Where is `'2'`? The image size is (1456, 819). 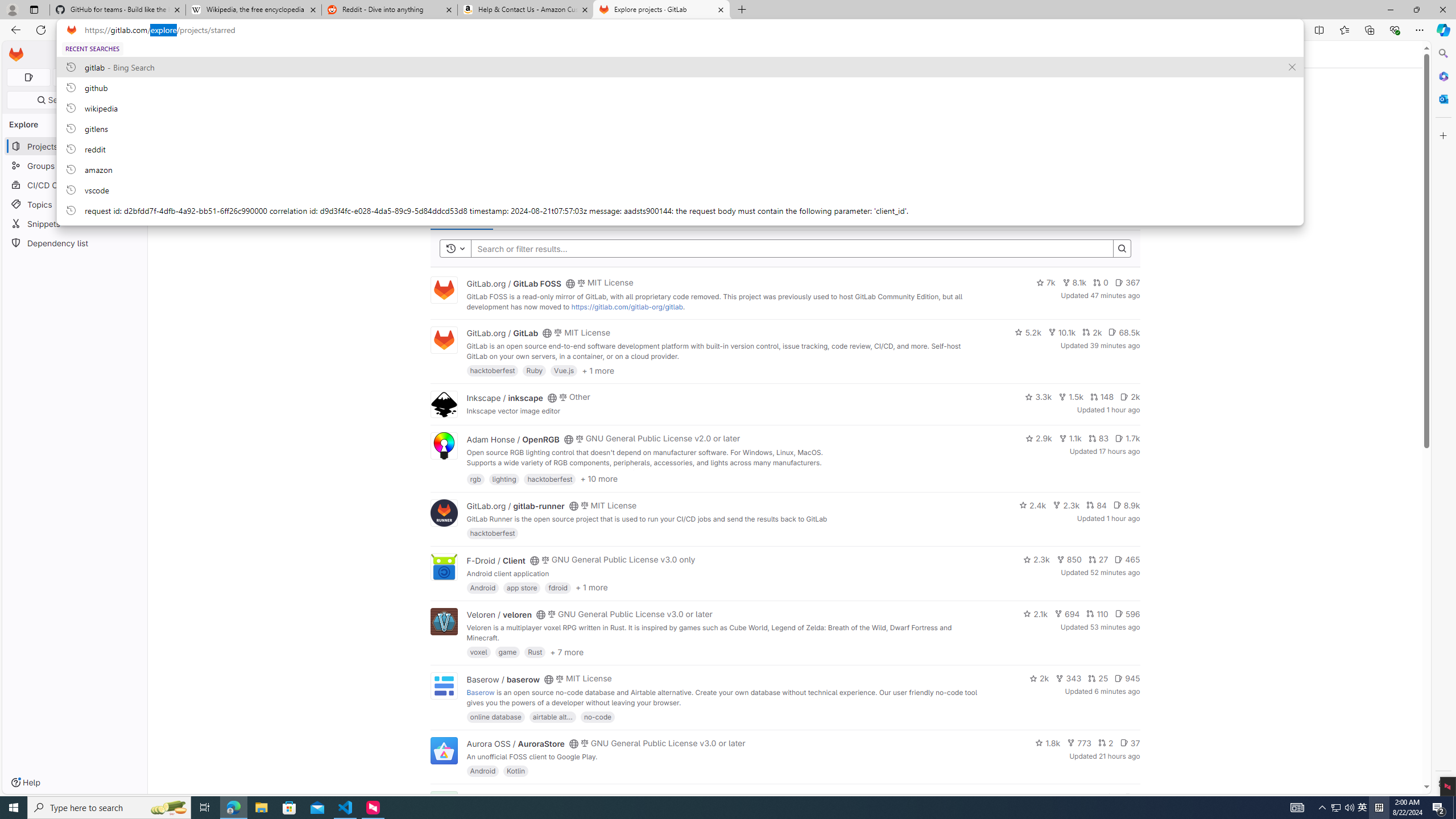 '2' is located at coordinates (1106, 742).